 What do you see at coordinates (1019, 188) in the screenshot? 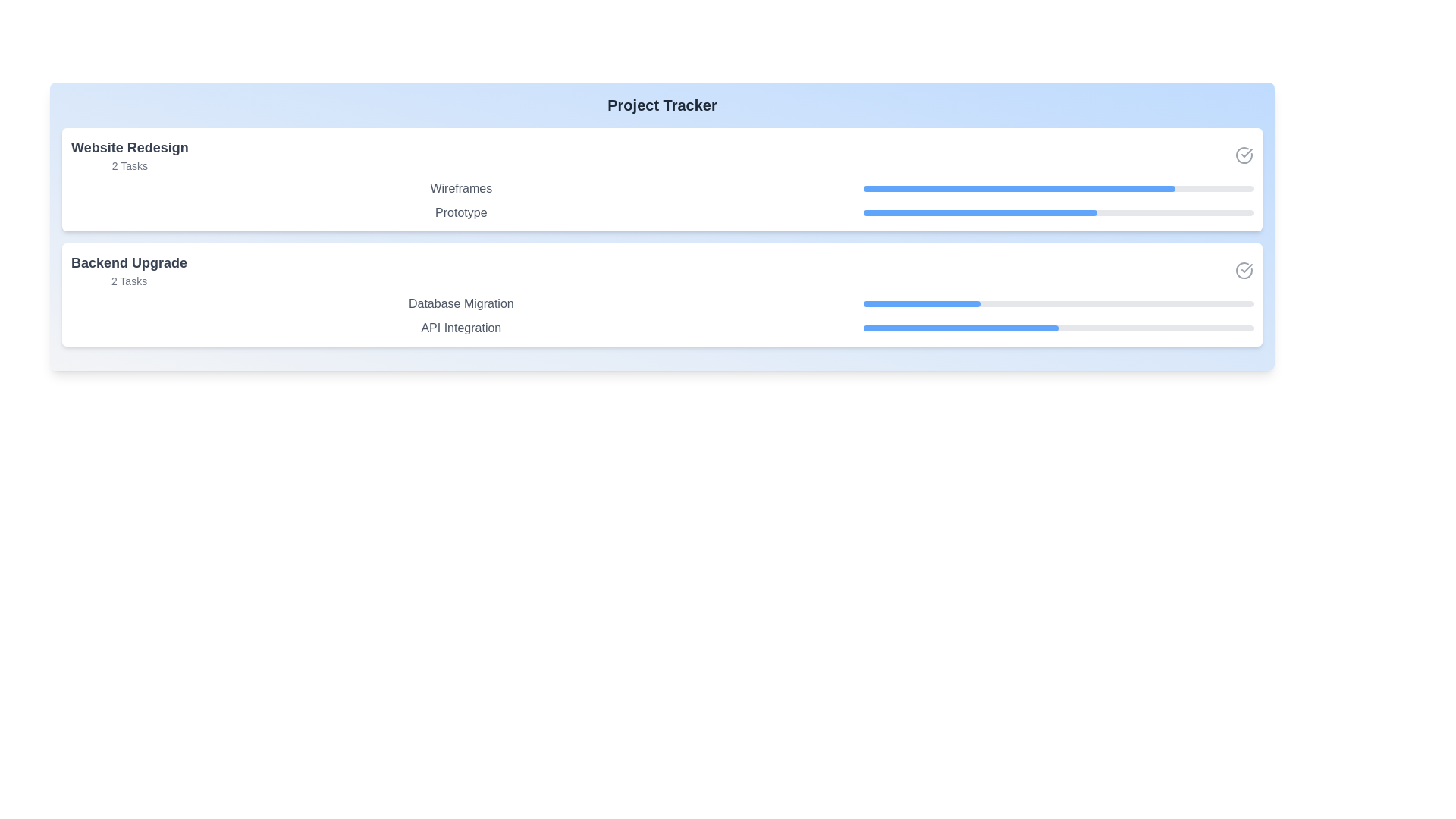
I see `the blue fill component of the progress bar representing 80% completion for the 'Prototype' task under the 'Website Redesign' section` at bounding box center [1019, 188].